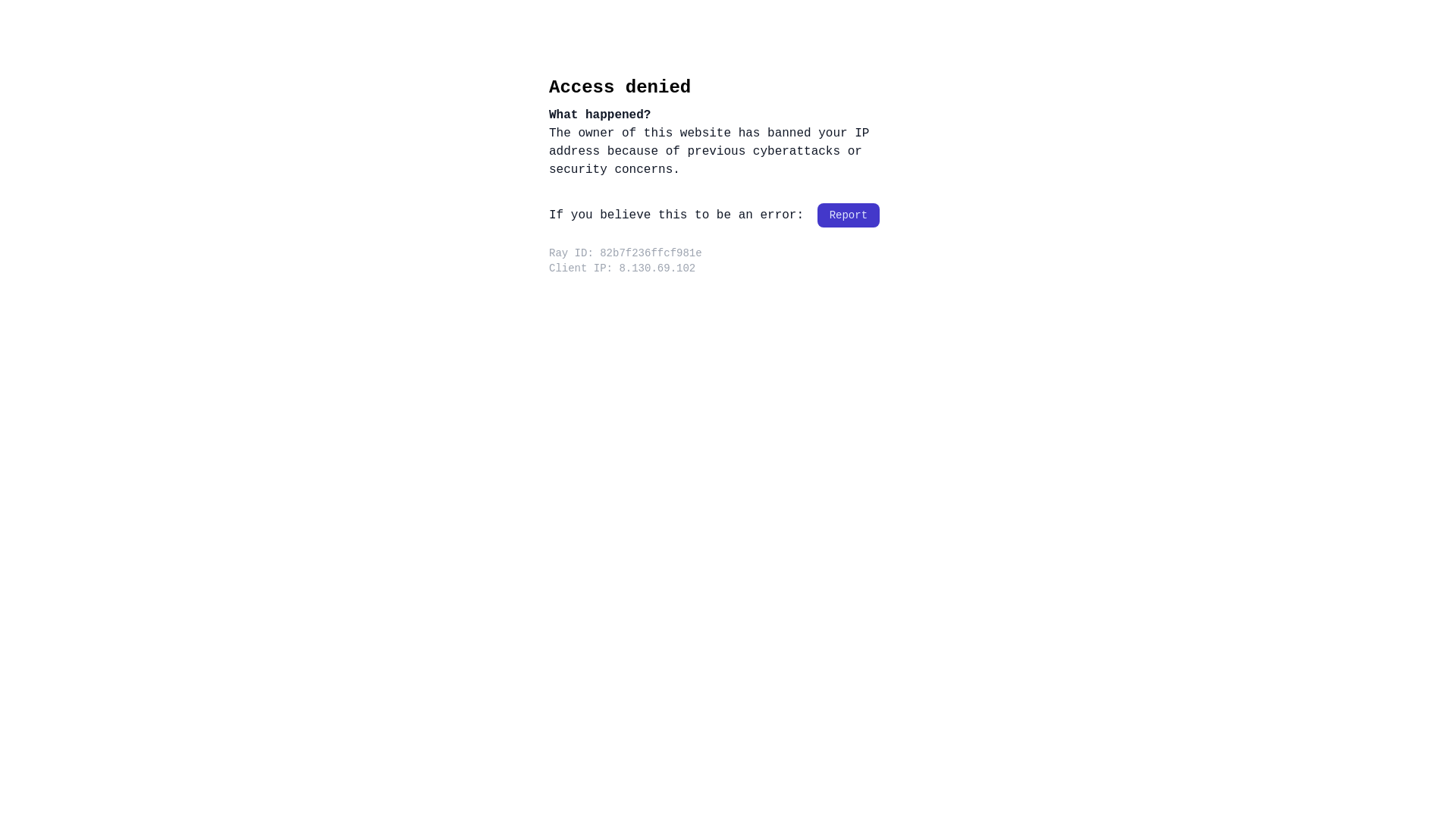 The image size is (1456, 819). What do you see at coordinates (817, 215) in the screenshot?
I see `'Report'` at bounding box center [817, 215].